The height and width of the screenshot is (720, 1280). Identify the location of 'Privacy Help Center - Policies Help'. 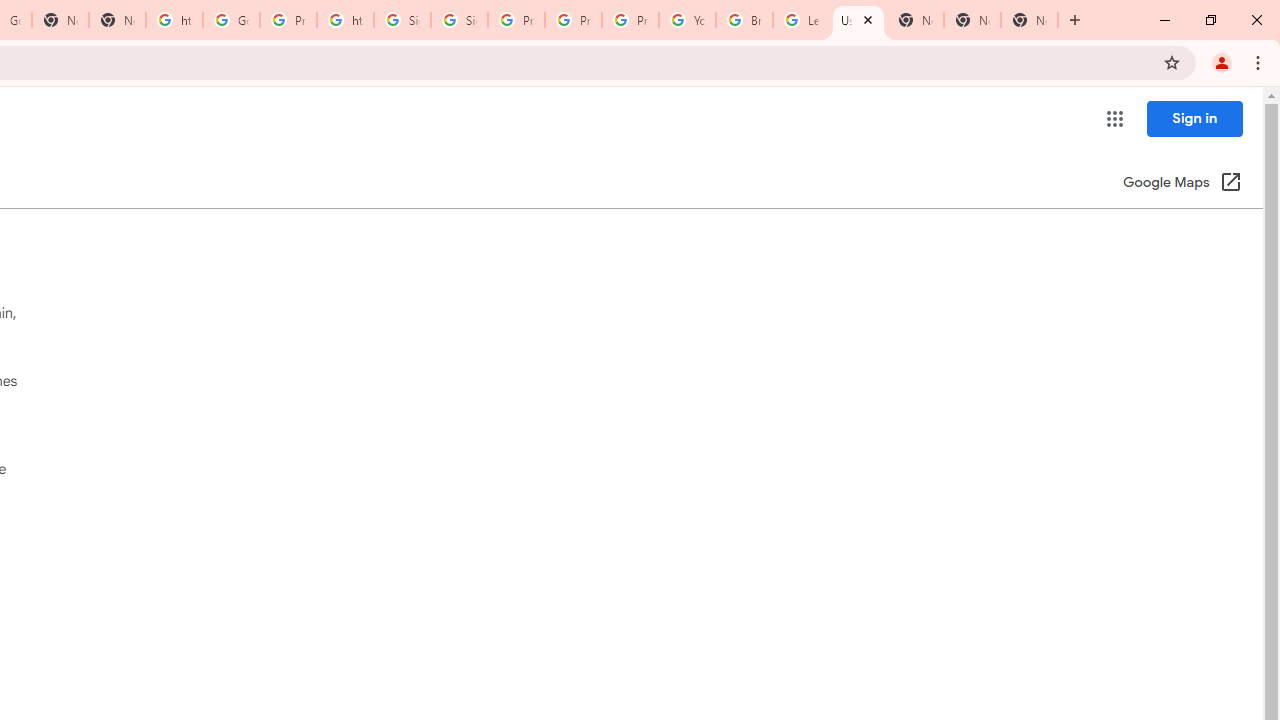
(572, 20).